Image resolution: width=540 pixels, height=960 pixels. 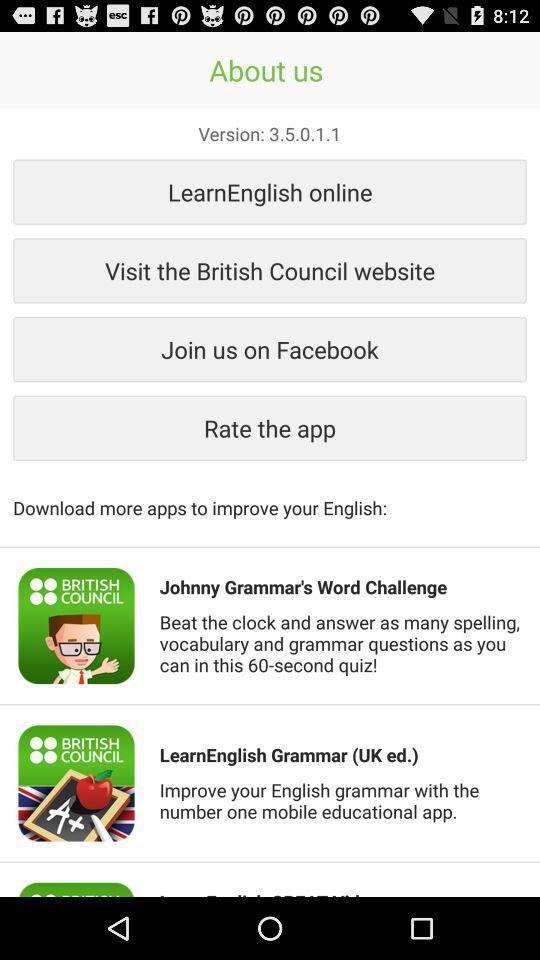 I want to click on the item below the rate the app item, so click(x=270, y=496).